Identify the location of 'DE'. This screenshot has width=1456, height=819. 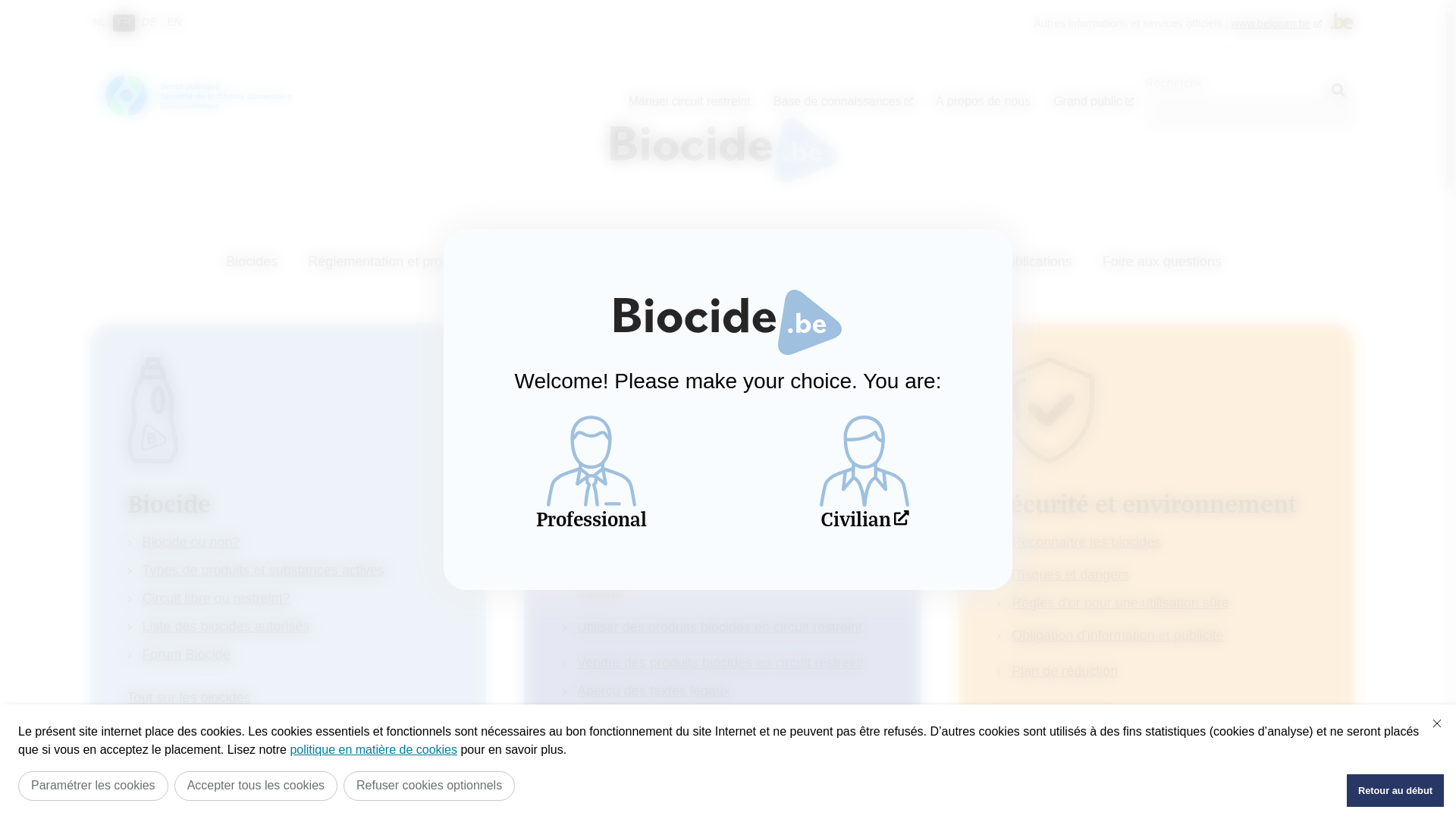
(149, 22).